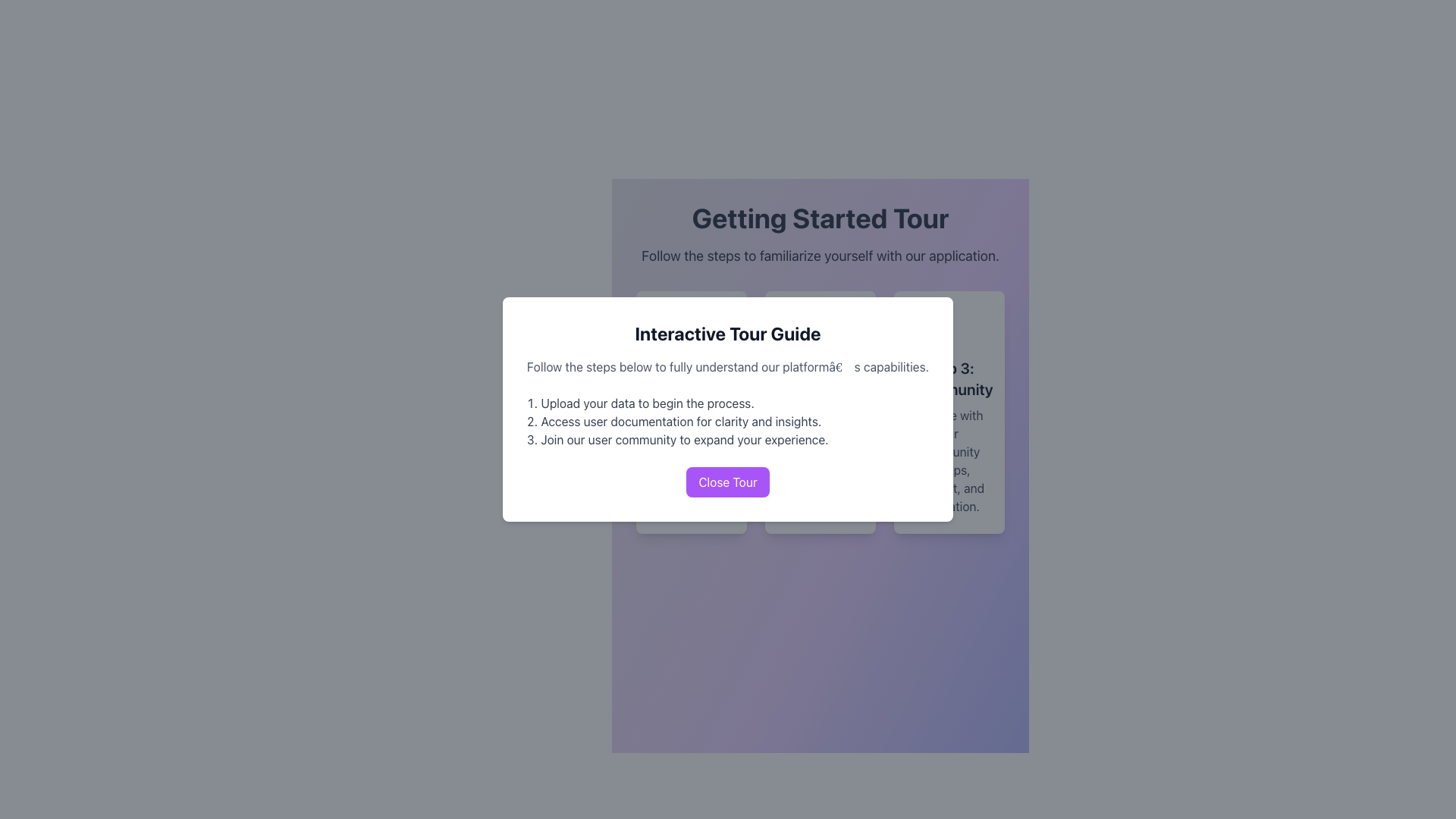  I want to click on the 'Close Tour' button, which has a purple background and white text, located at the bottom of the 'Interactive Tour Guide' dialog, so click(728, 482).